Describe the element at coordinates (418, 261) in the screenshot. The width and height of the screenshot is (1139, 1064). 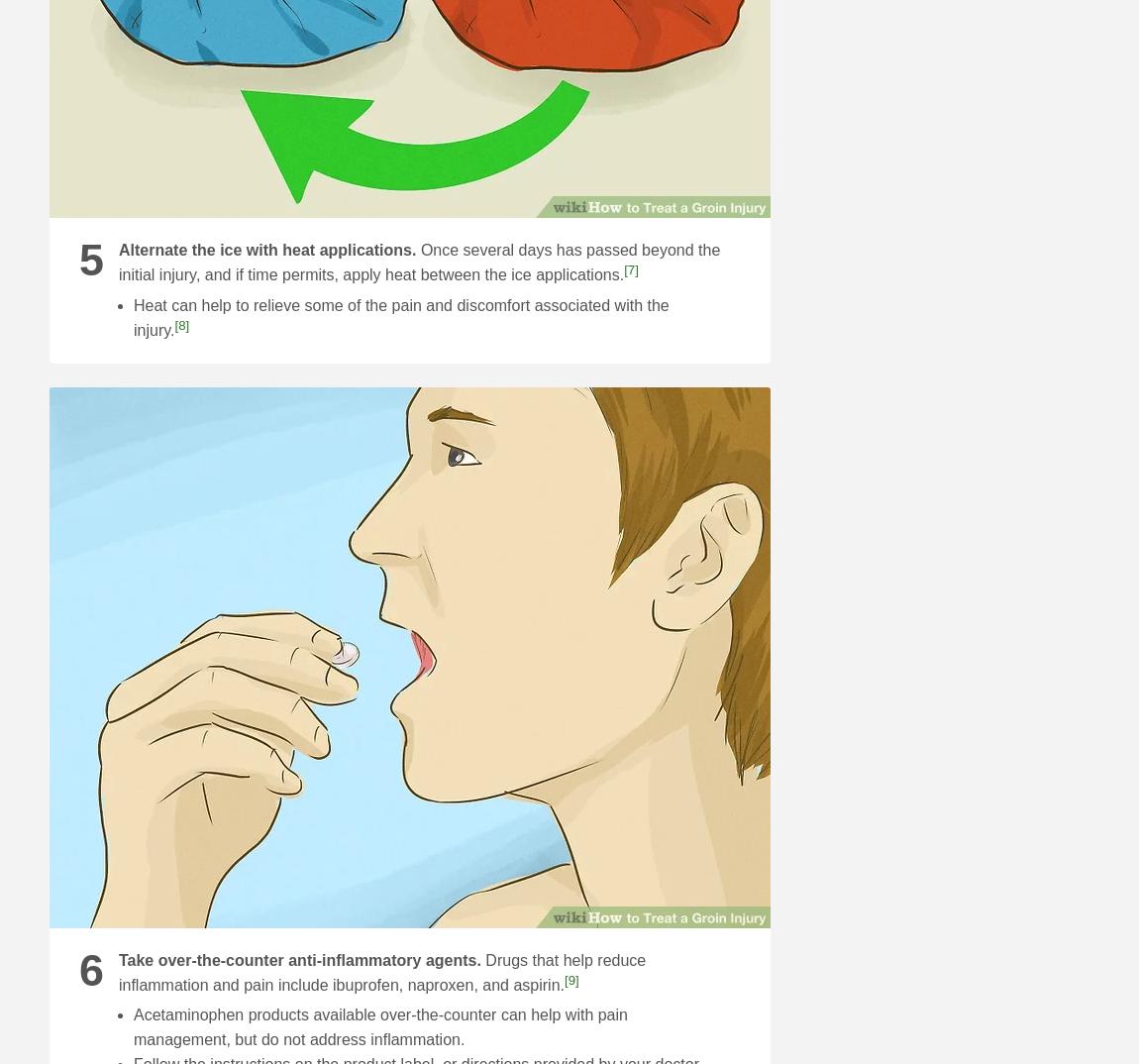
I see `'Once several days has passed beyond the initial injury, and if time permits, apply heat between the ice applications.'` at that location.